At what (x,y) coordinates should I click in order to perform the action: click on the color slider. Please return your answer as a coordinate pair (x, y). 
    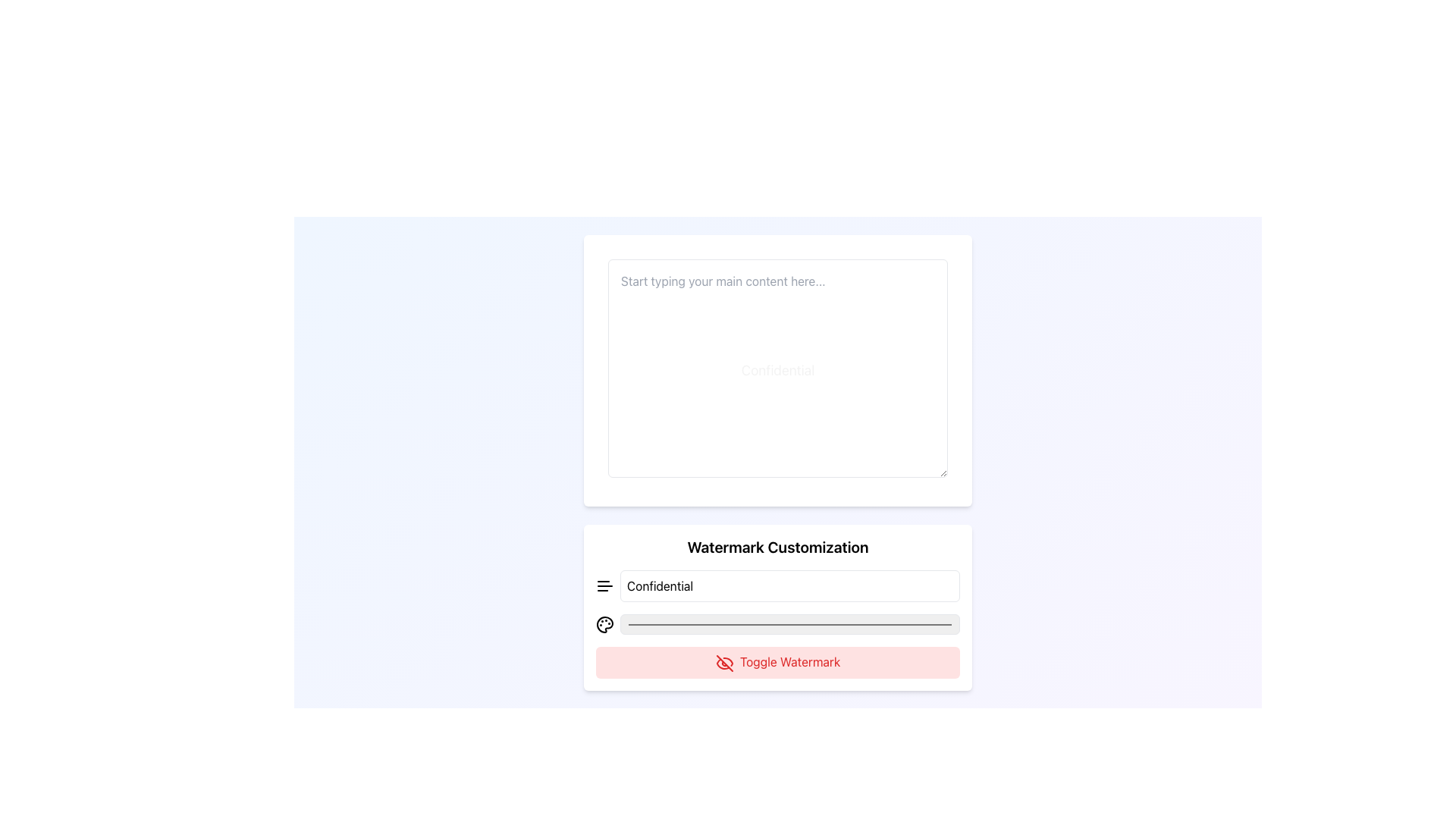
    Looking at the image, I should click on (691, 624).